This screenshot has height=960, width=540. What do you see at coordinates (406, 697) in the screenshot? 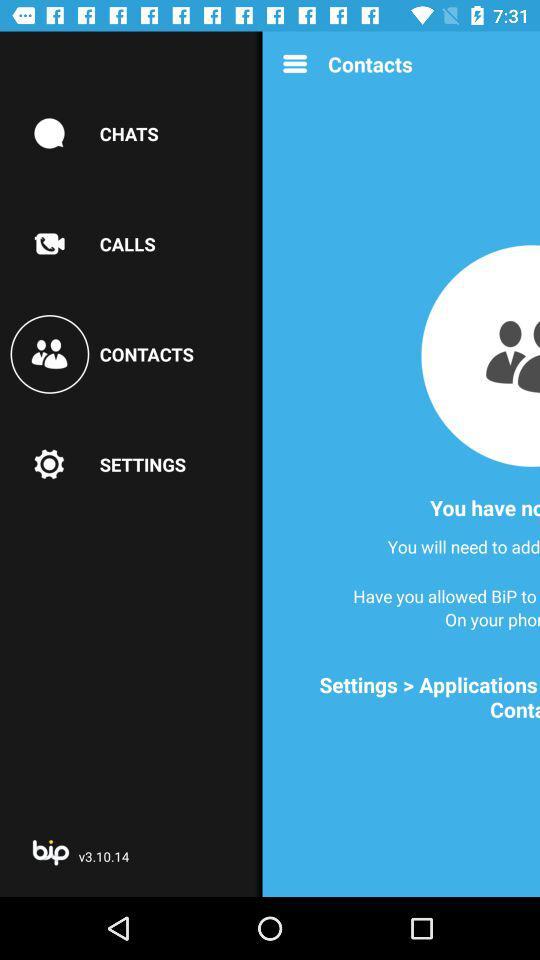
I see `settings applications bip item` at bounding box center [406, 697].